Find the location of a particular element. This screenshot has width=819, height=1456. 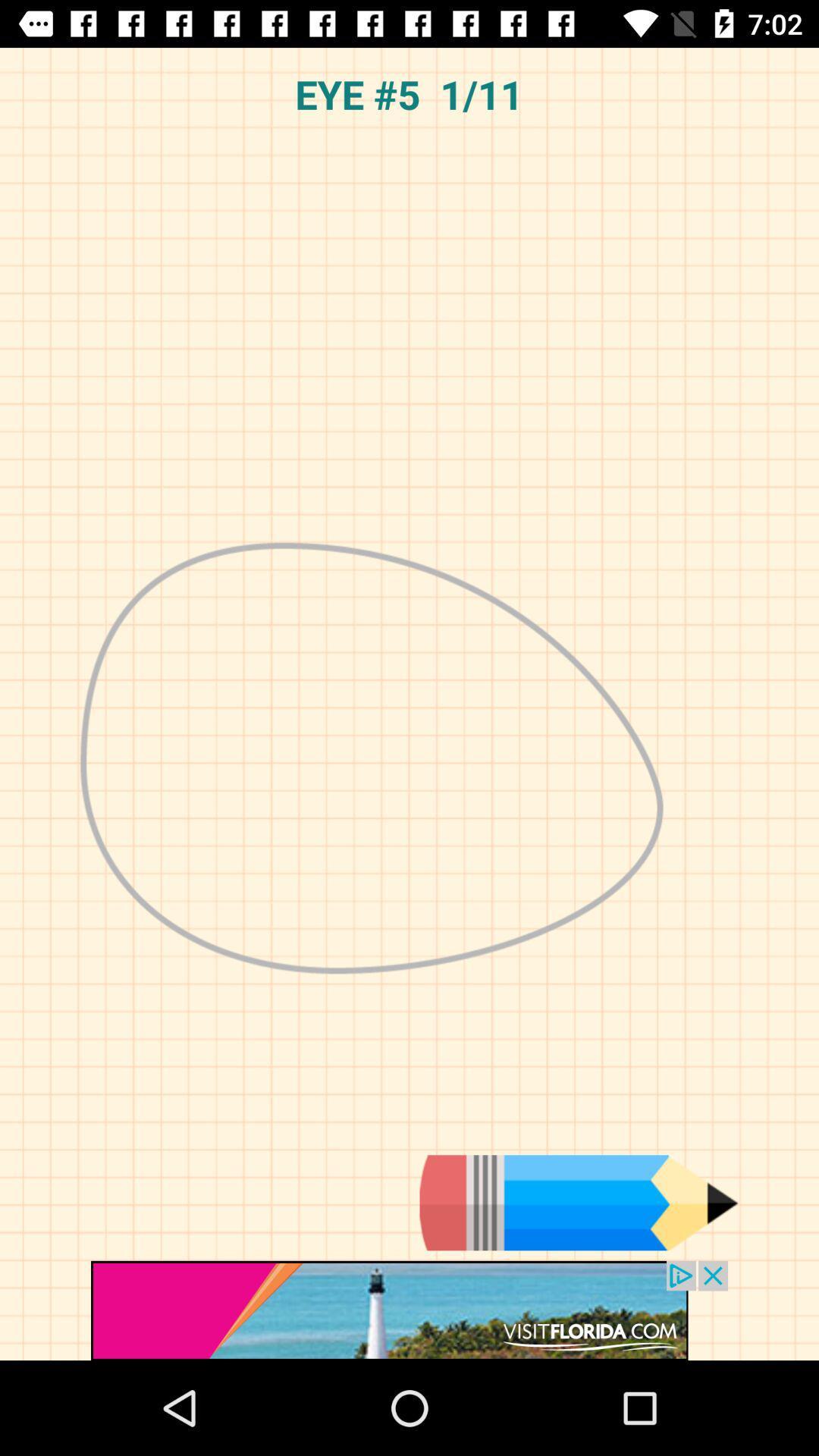

advertisement is located at coordinates (409, 1310).